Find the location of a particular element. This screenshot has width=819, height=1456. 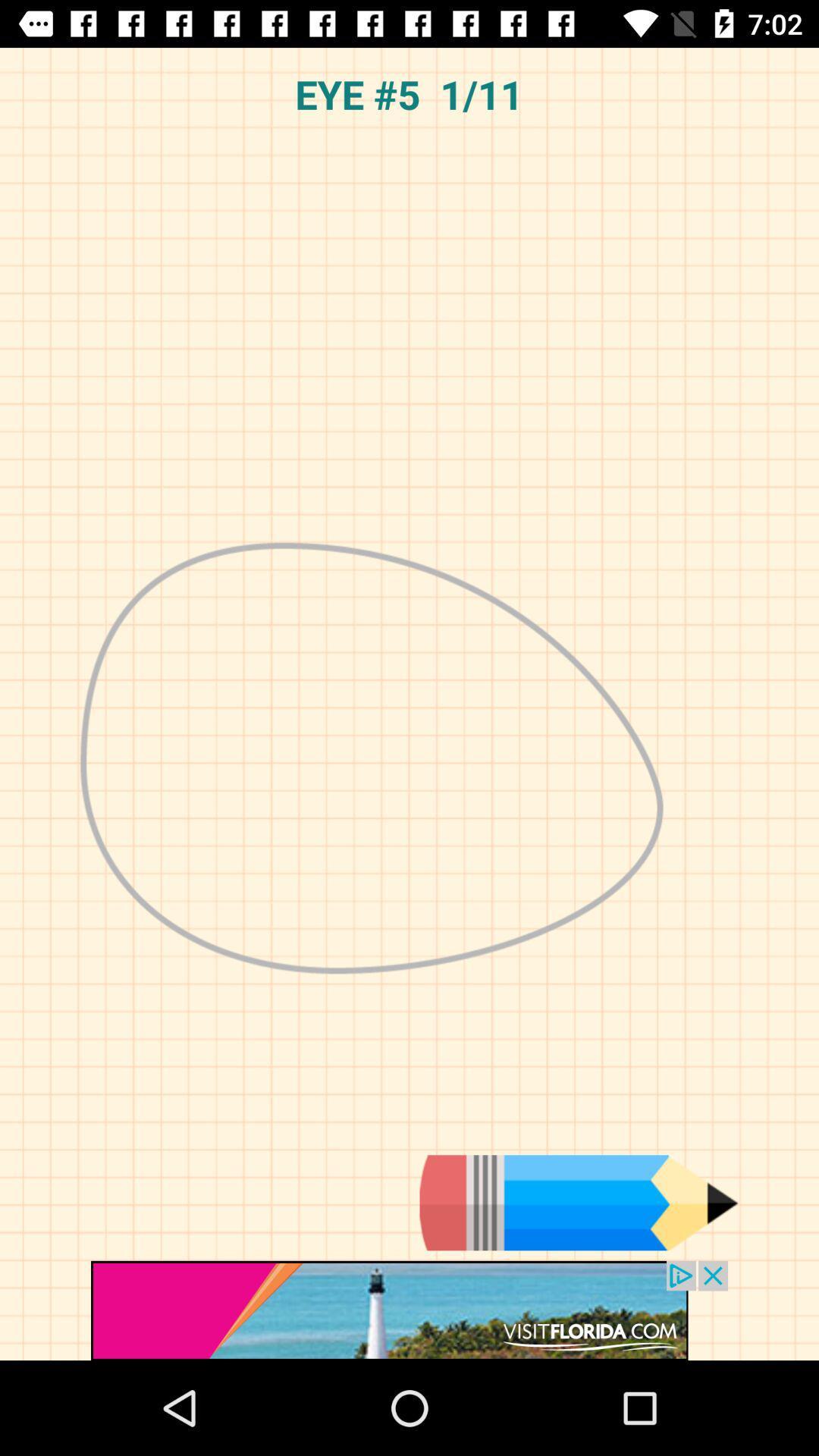

advertisement is located at coordinates (409, 1310).